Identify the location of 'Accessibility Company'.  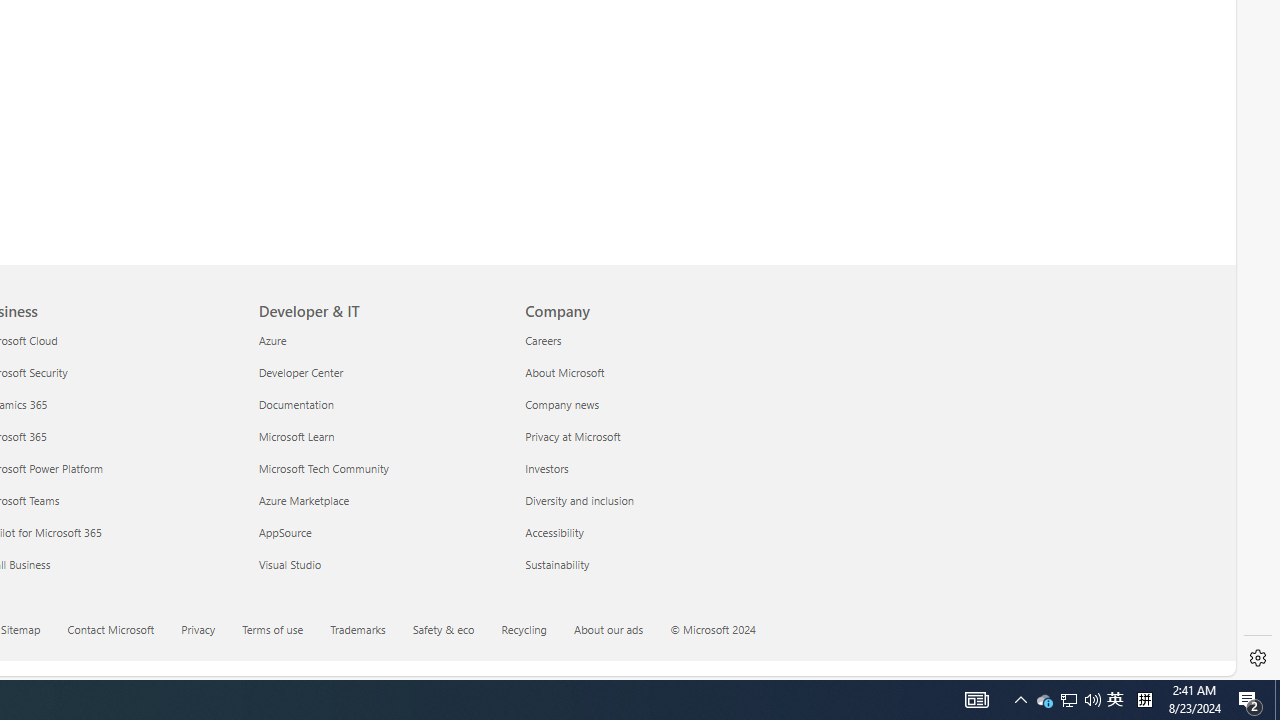
(554, 531).